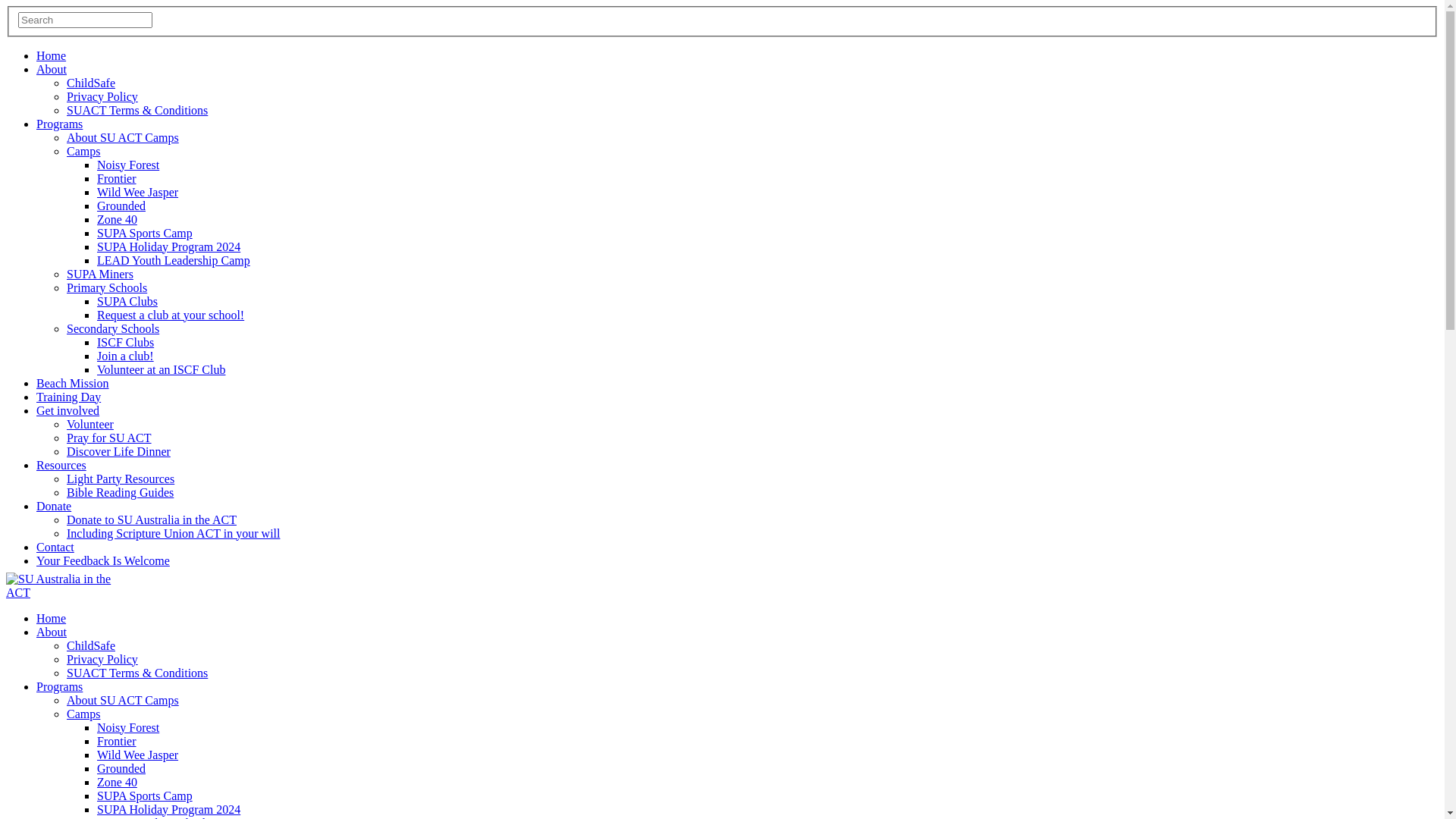 The image size is (1456, 819). What do you see at coordinates (83, 151) in the screenshot?
I see `'Camps'` at bounding box center [83, 151].